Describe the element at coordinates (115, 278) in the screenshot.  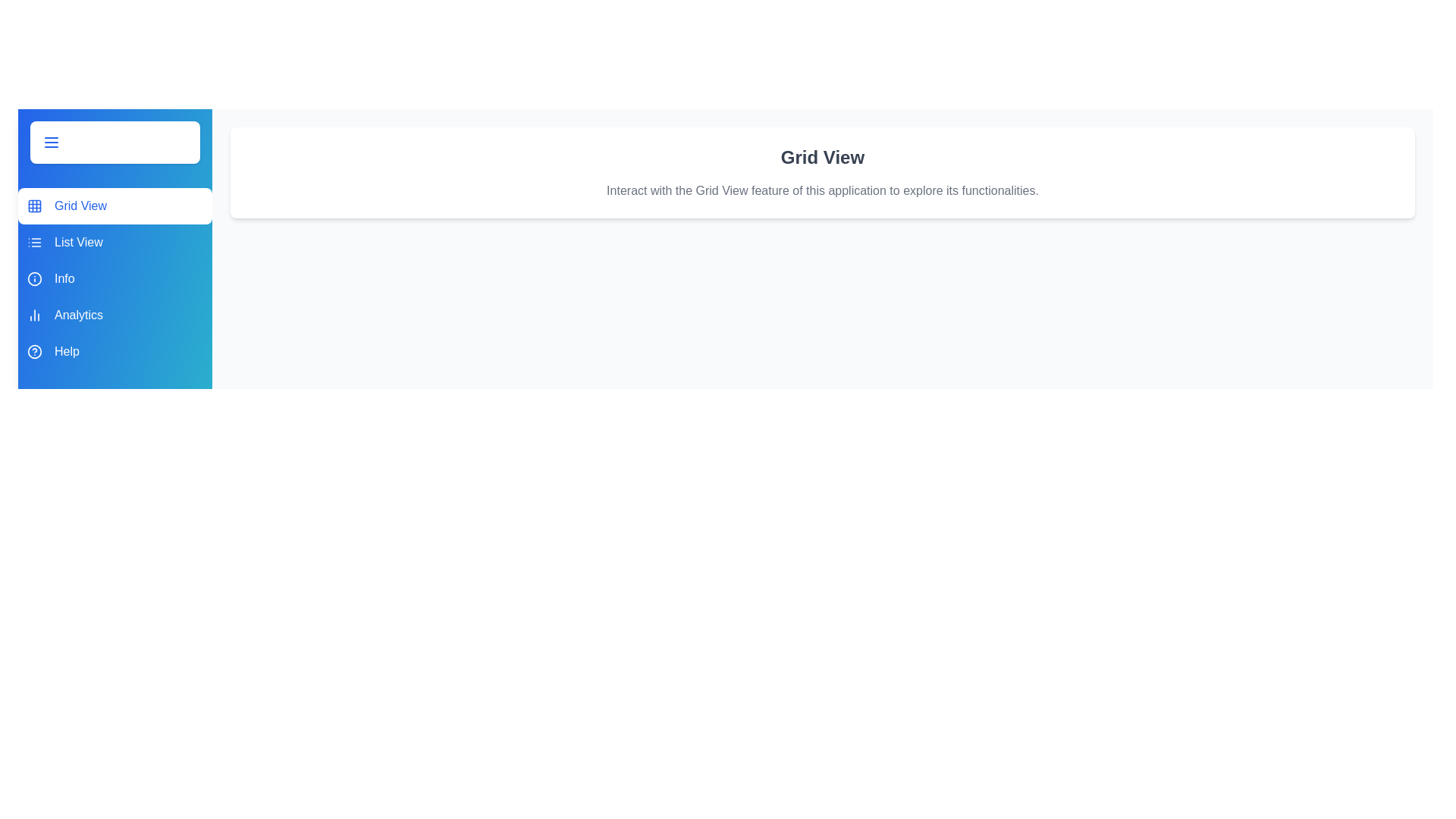
I see `the sidebar menu item labeled Info` at that location.